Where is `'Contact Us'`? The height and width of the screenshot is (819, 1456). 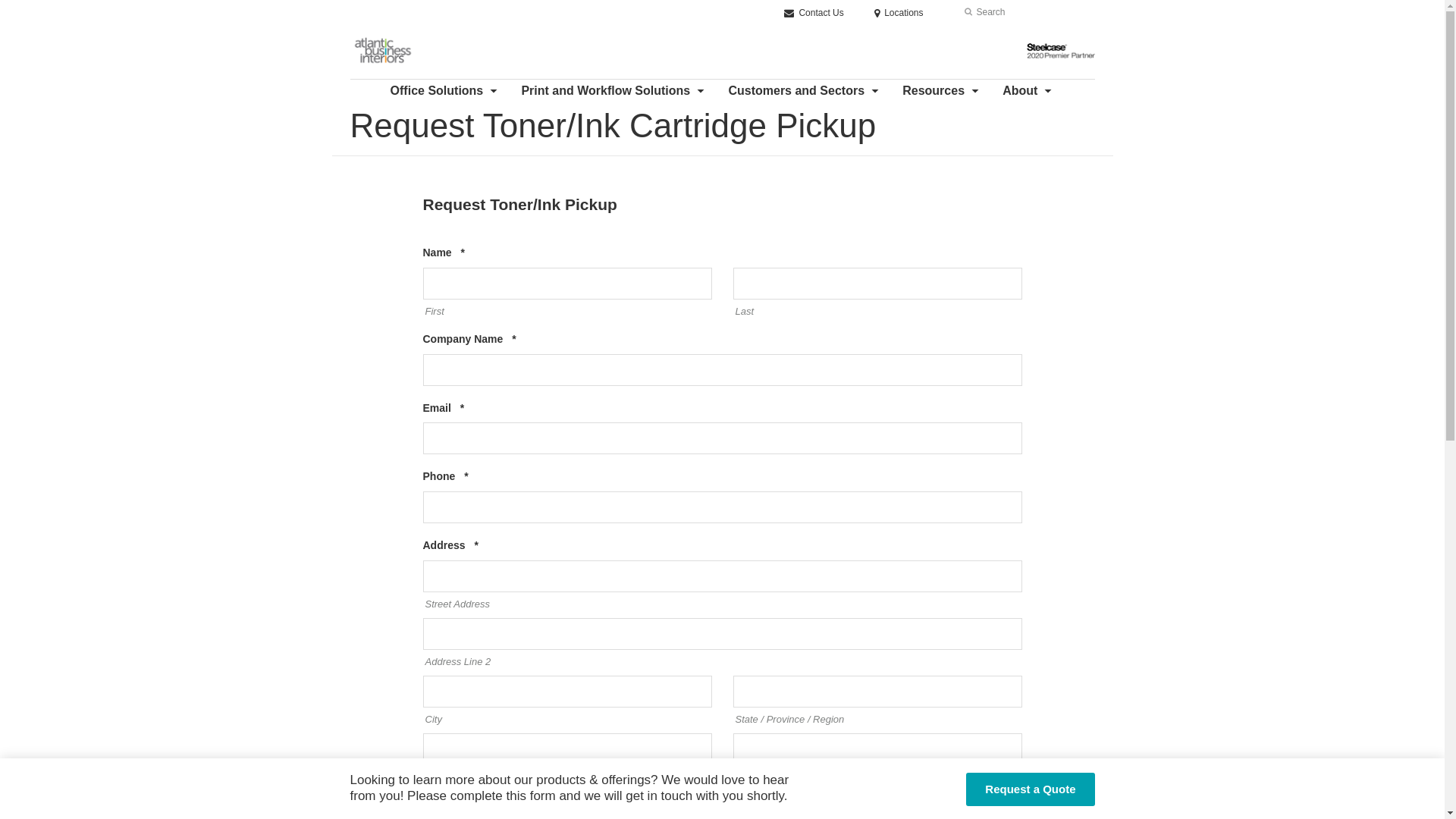
'Contact Us' is located at coordinates (813, 12).